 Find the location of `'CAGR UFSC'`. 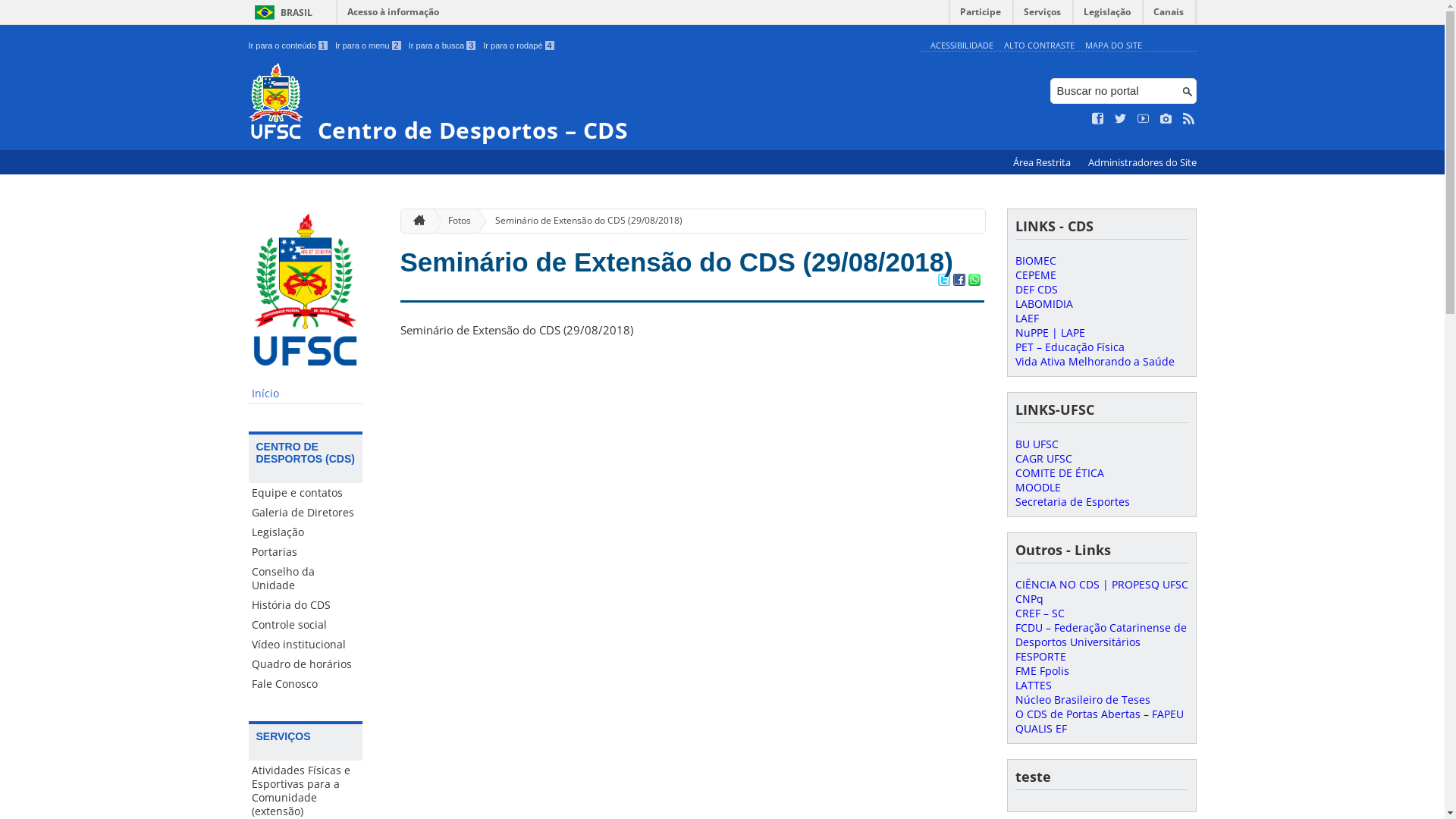

'CAGR UFSC' is located at coordinates (1015, 457).